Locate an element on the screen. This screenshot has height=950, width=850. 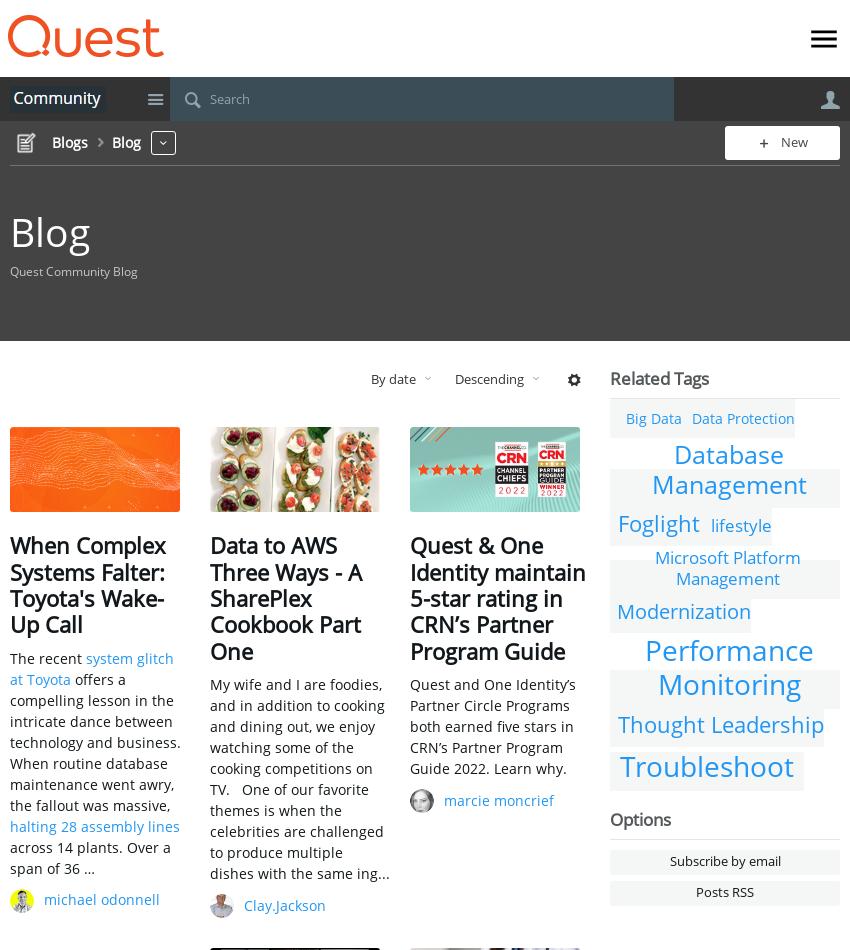
'By date' is located at coordinates (369, 378).